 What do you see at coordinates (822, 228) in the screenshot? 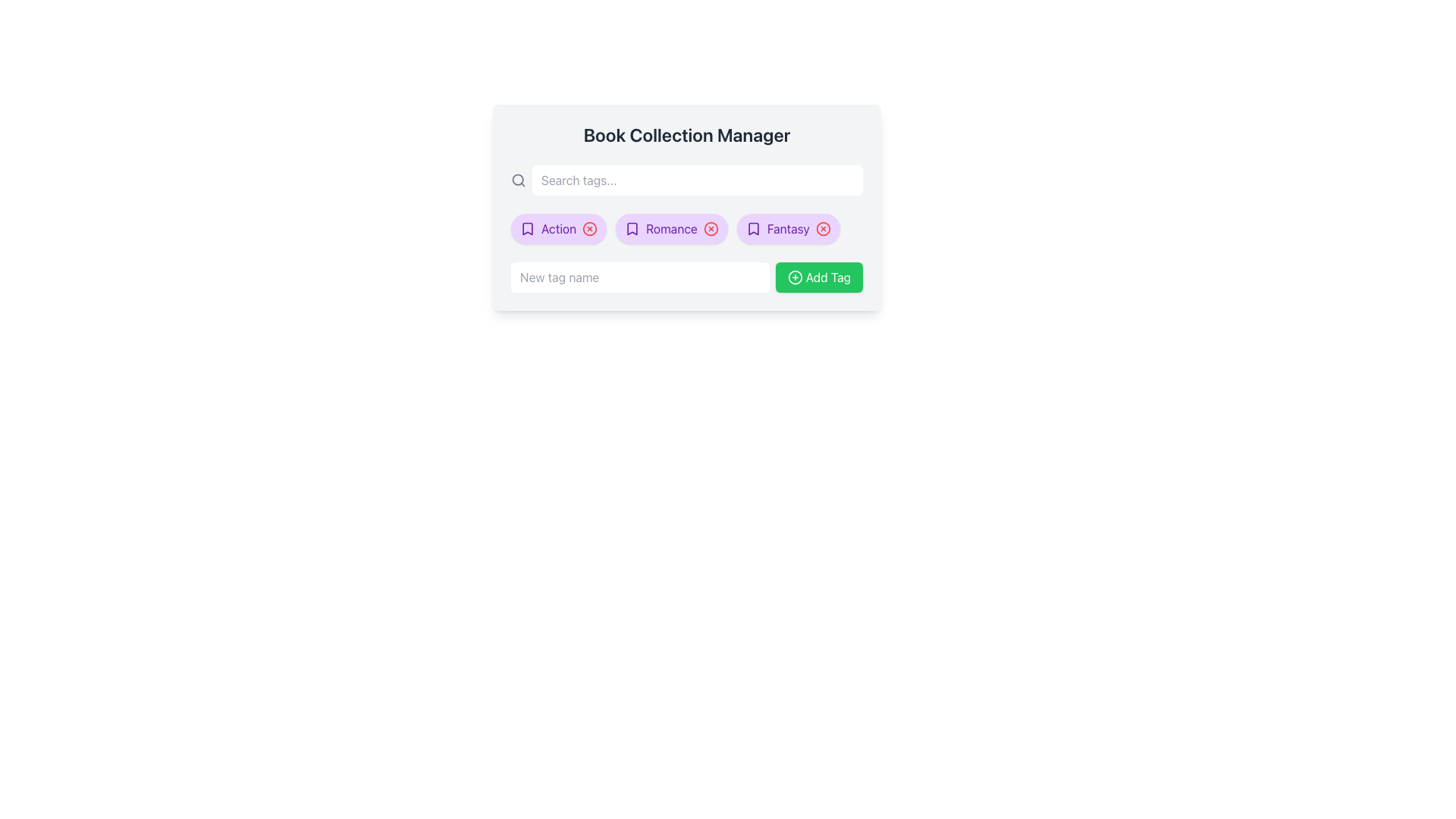
I see `the circular button with a red 'X' icon, located to the right of the 'Fantasy' tag` at bounding box center [822, 228].